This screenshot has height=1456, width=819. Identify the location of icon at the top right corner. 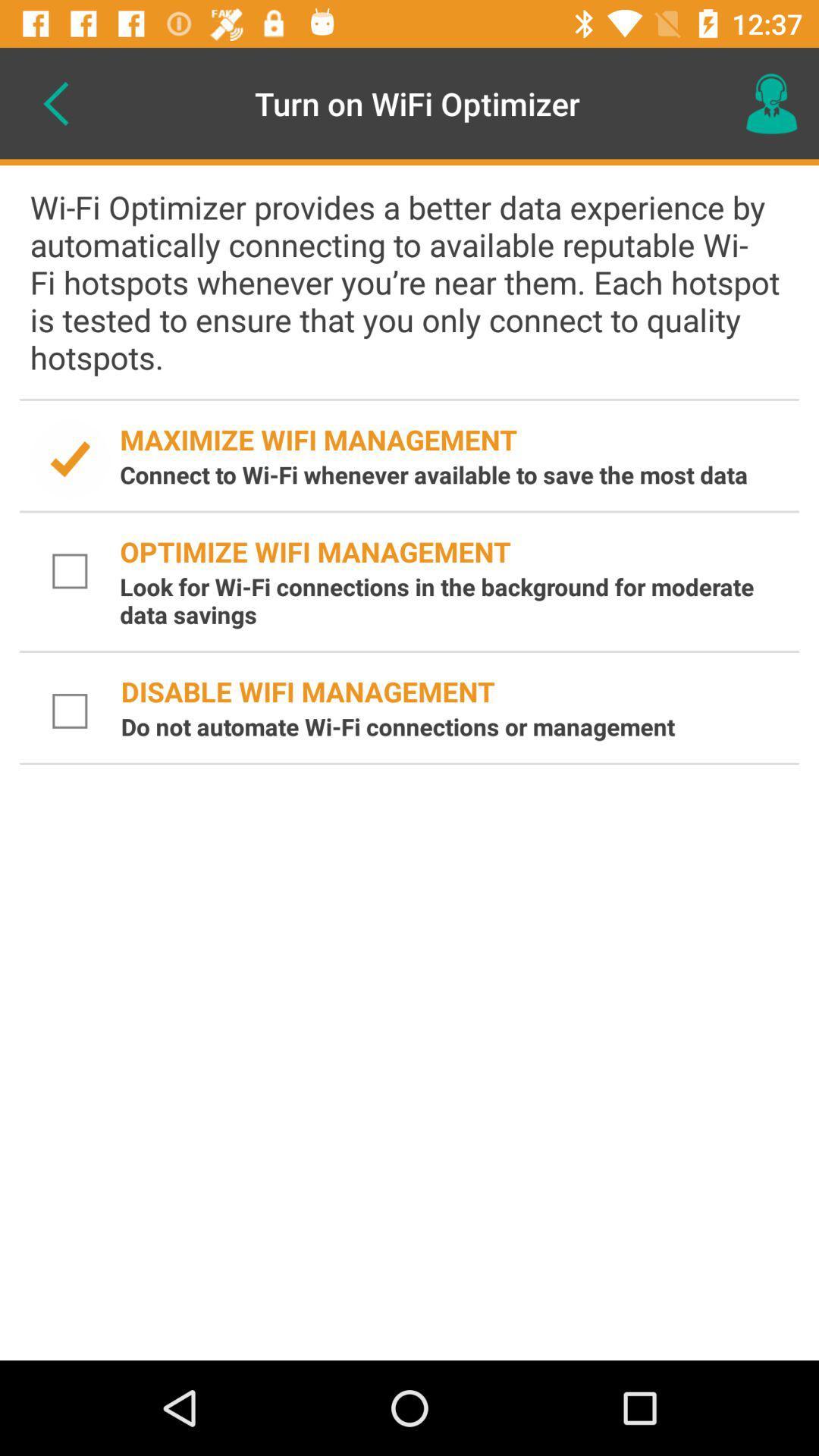
(771, 102).